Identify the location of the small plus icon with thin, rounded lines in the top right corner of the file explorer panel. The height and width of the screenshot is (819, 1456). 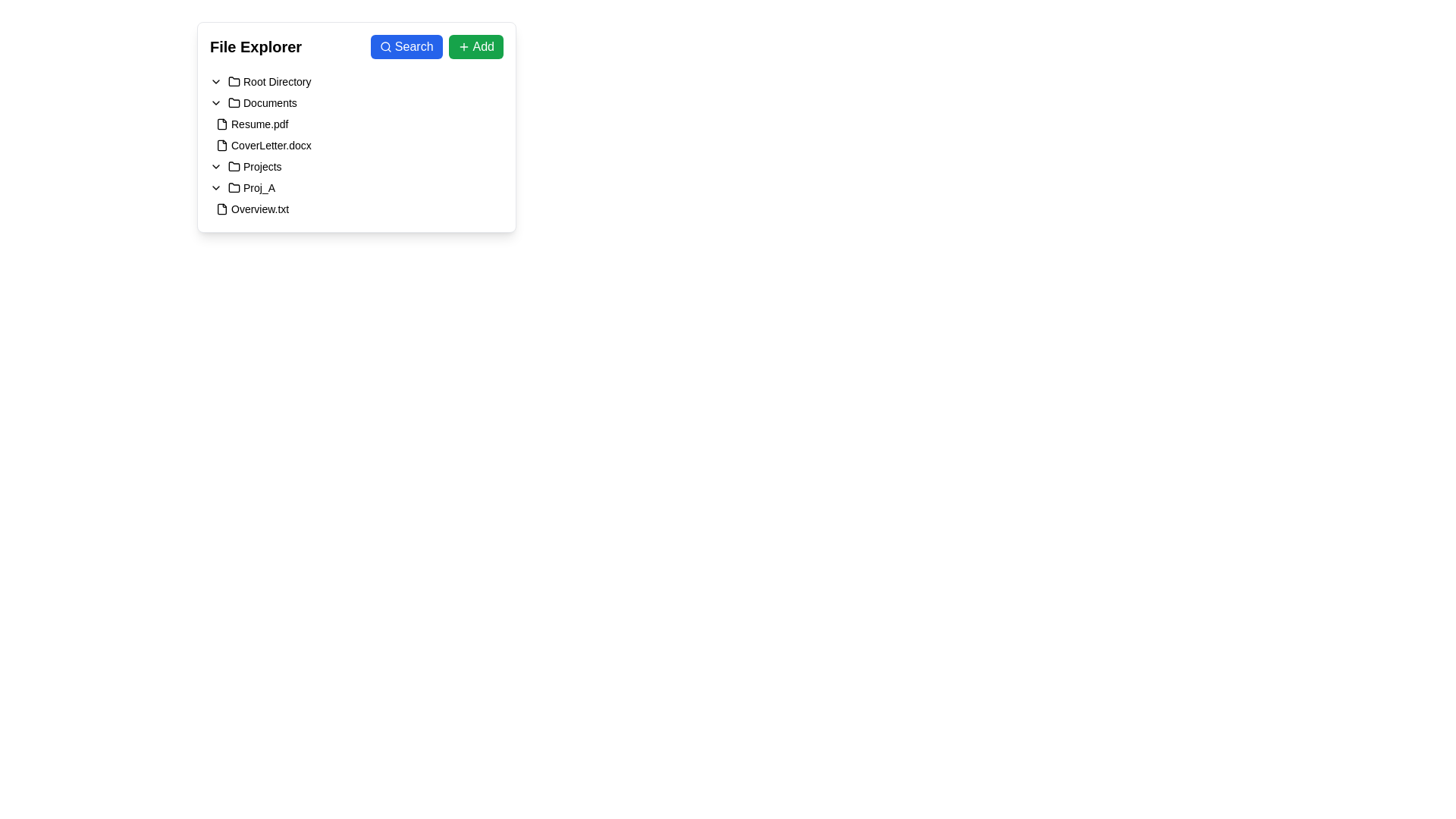
(463, 45).